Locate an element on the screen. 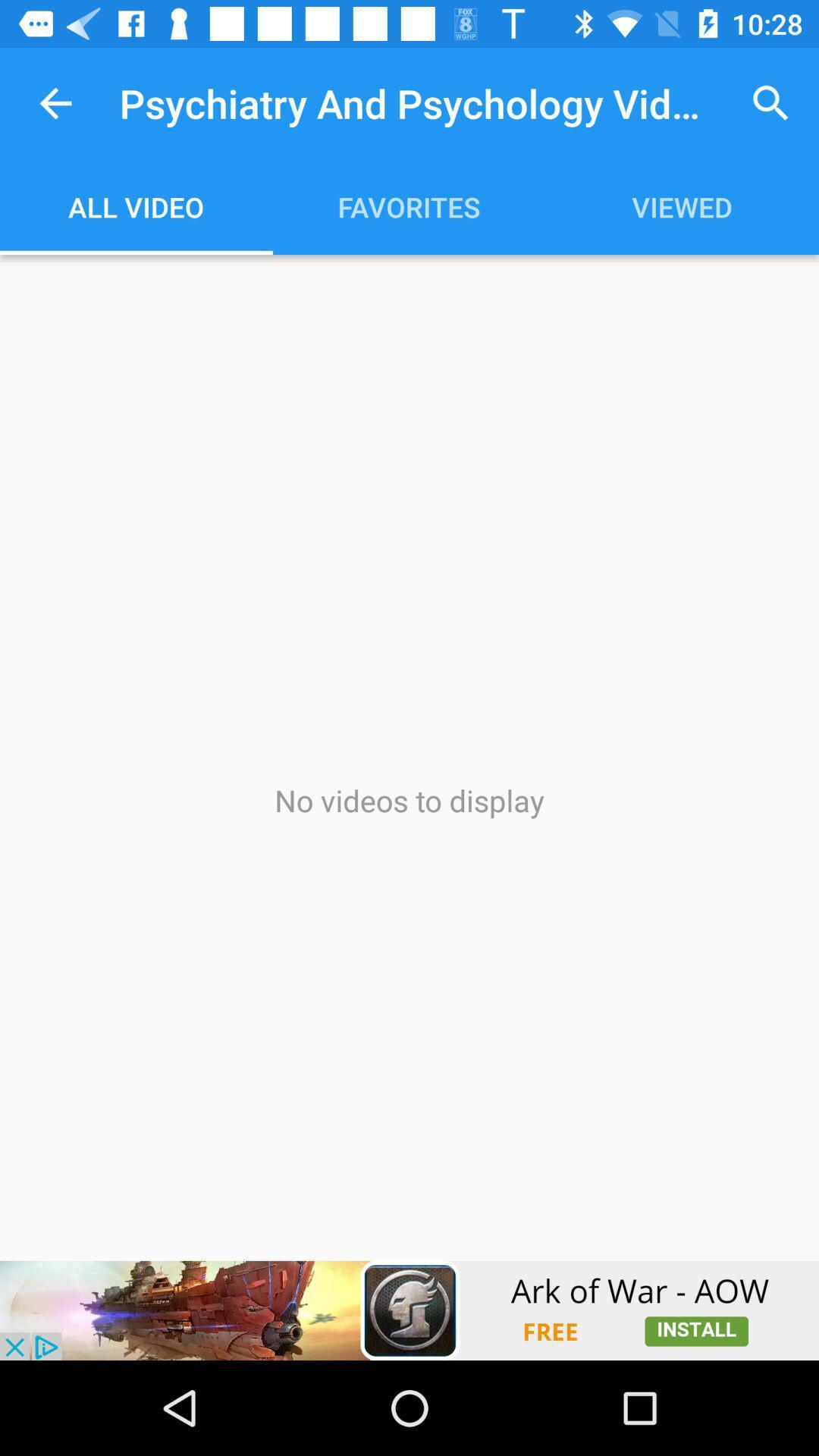 The height and width of the screenshot is (1456, 819). advertisement image is located at coordinates (409, 1310).